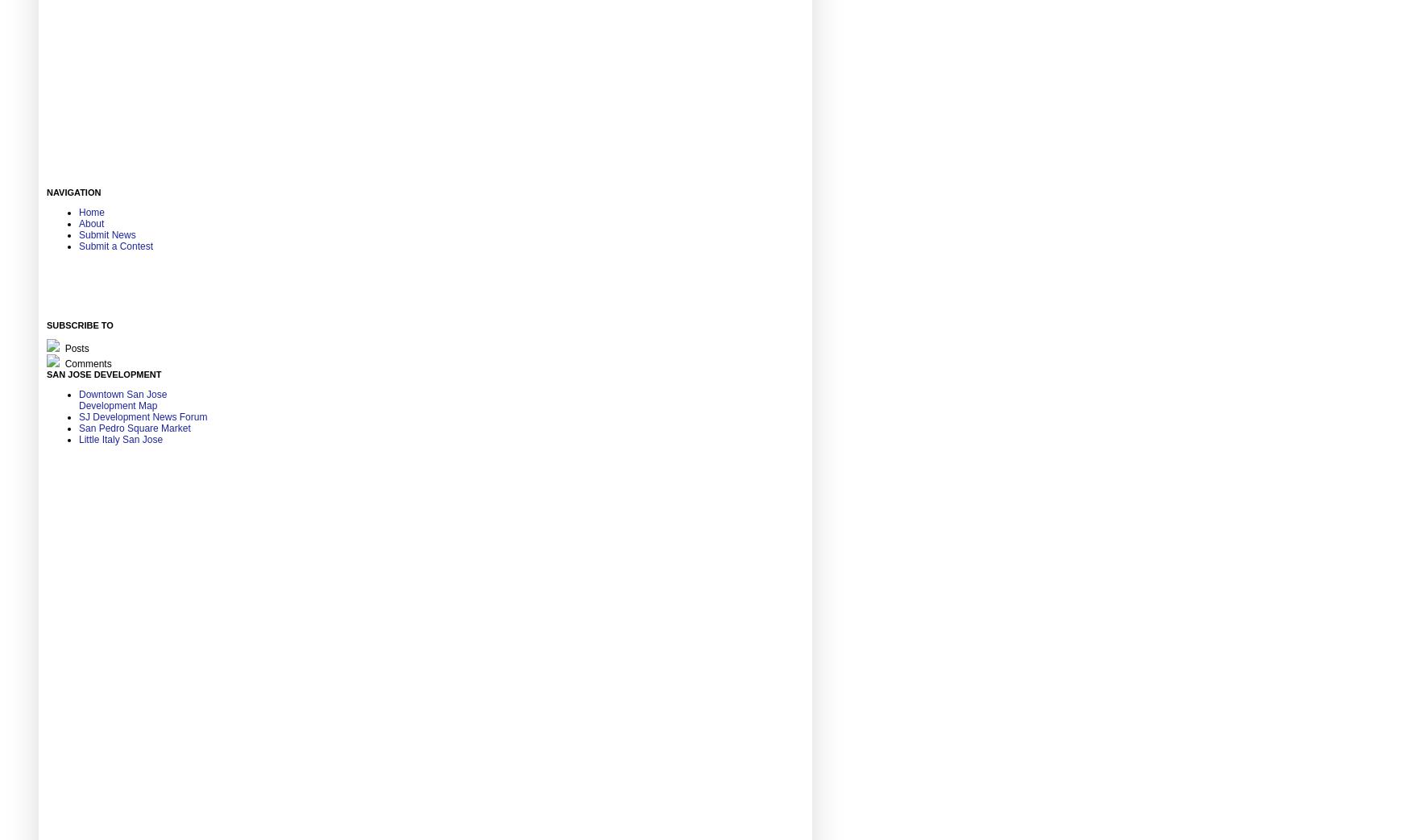 The image size is (1402, 840). What do you see at coordinates (102, 373) in the screenshot?
I see `'San Jose Development'` at bounding box center [102, 373].